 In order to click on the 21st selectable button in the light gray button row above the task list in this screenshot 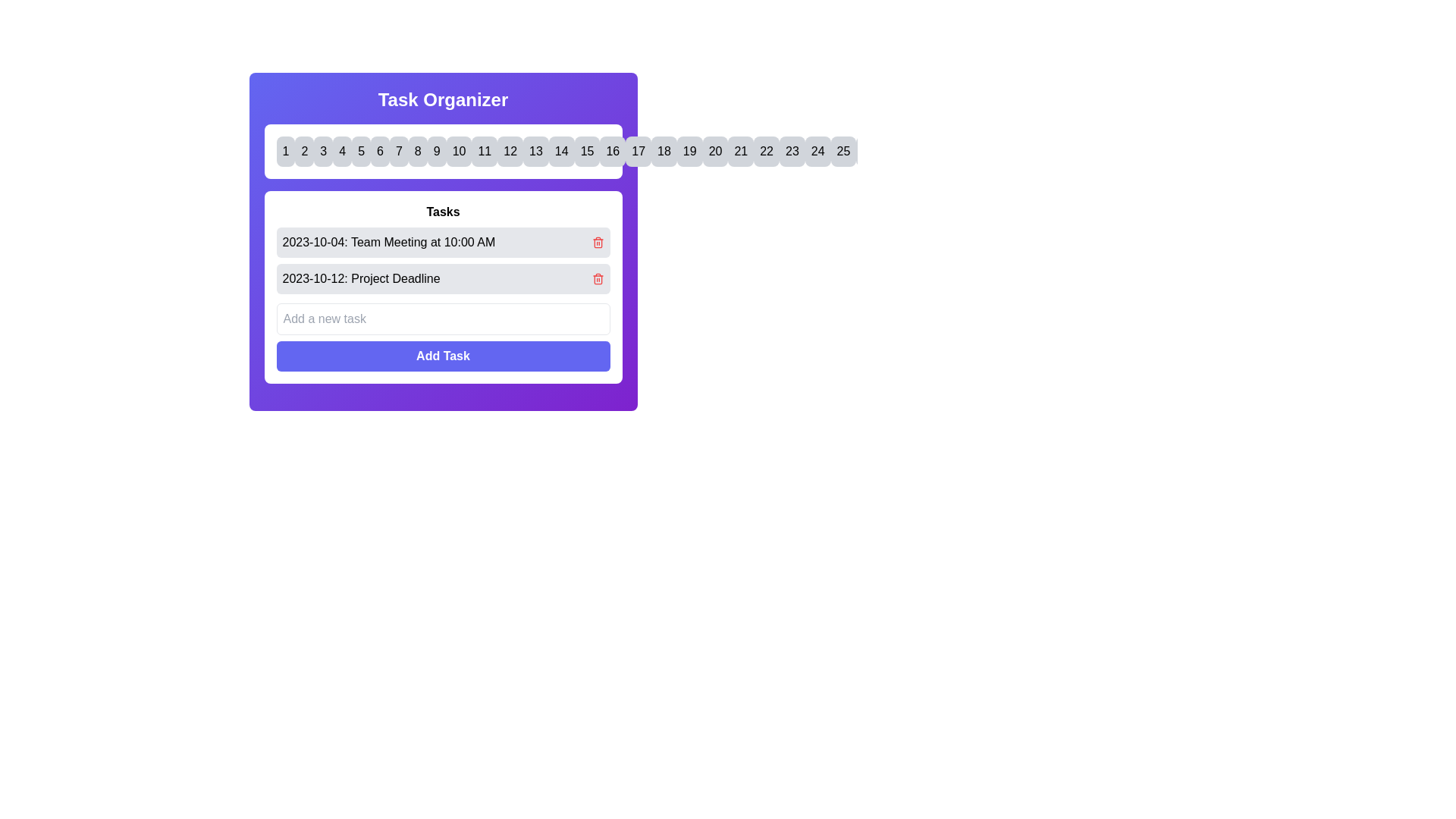, I will do `click(741, 152)`.